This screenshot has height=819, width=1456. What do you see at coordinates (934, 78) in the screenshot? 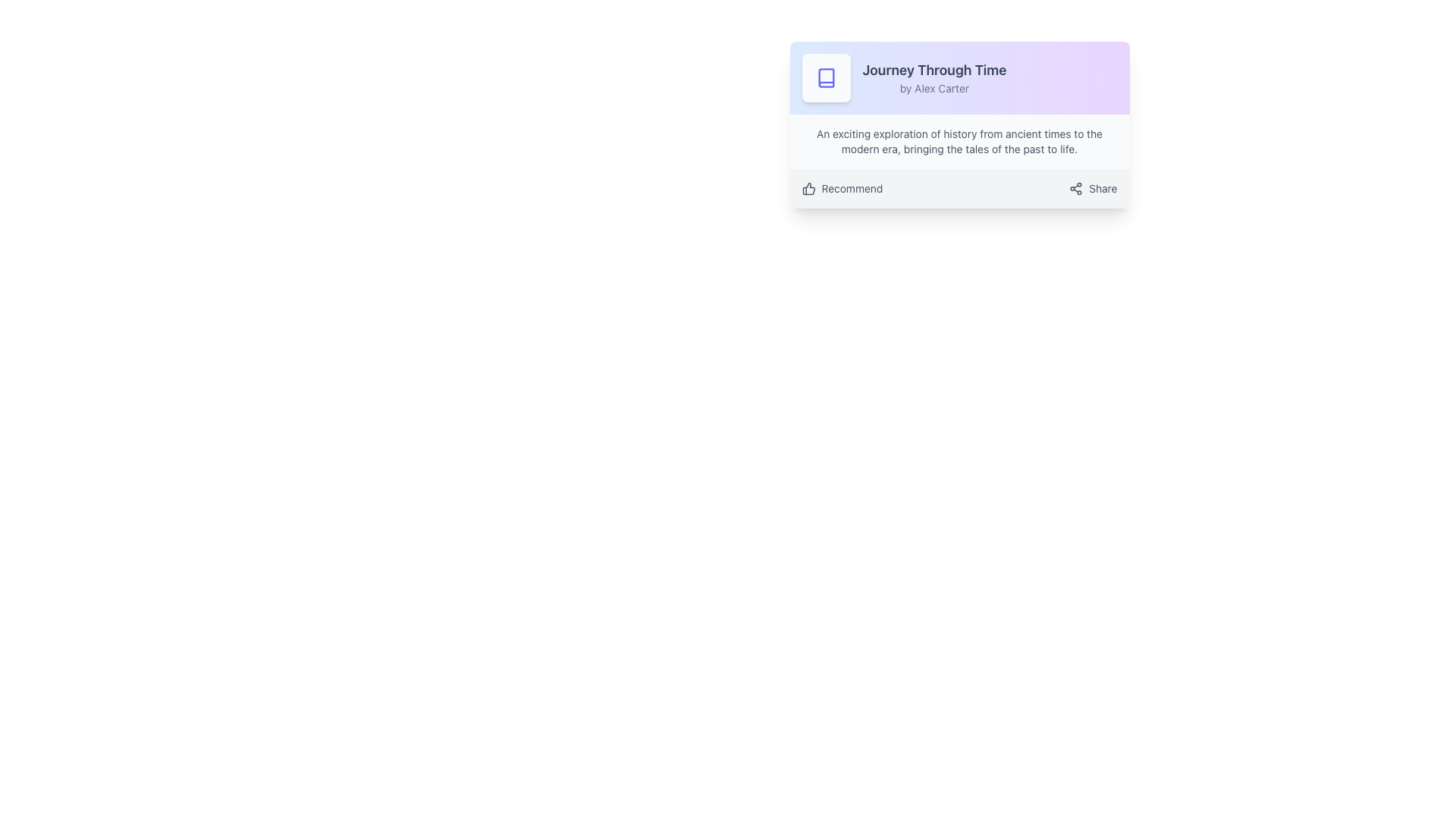
I see `the informational text label displaying the book name 'Journey Through Time' and author 'by Alex Carter', which is centrally positioned between a book icon and descriptive text` at bounding box center [934, 78].